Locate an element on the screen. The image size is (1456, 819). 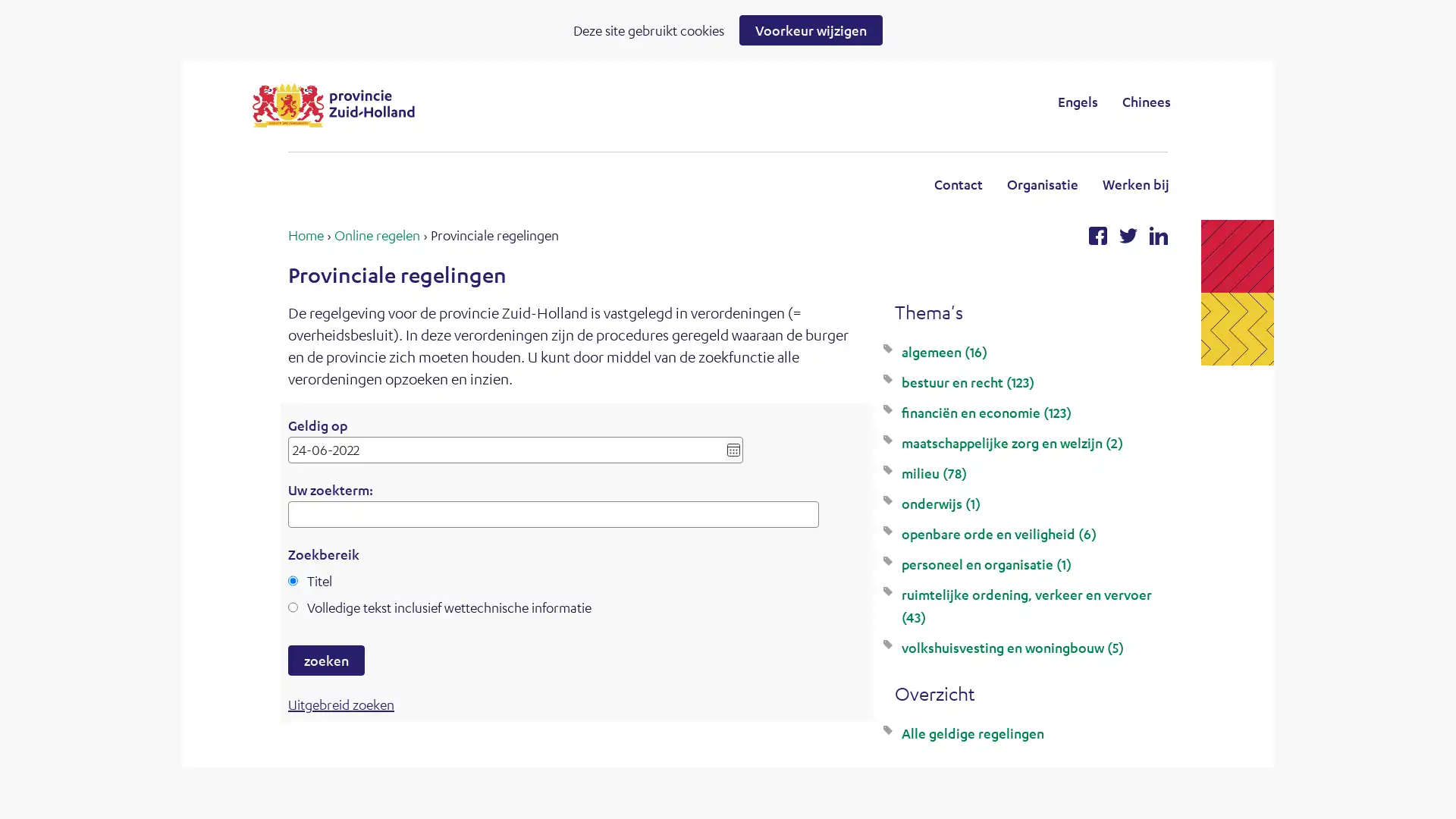
Kies datum, Geselecteerde datum is 24-6-2022 is located at coordinates (733, 449).